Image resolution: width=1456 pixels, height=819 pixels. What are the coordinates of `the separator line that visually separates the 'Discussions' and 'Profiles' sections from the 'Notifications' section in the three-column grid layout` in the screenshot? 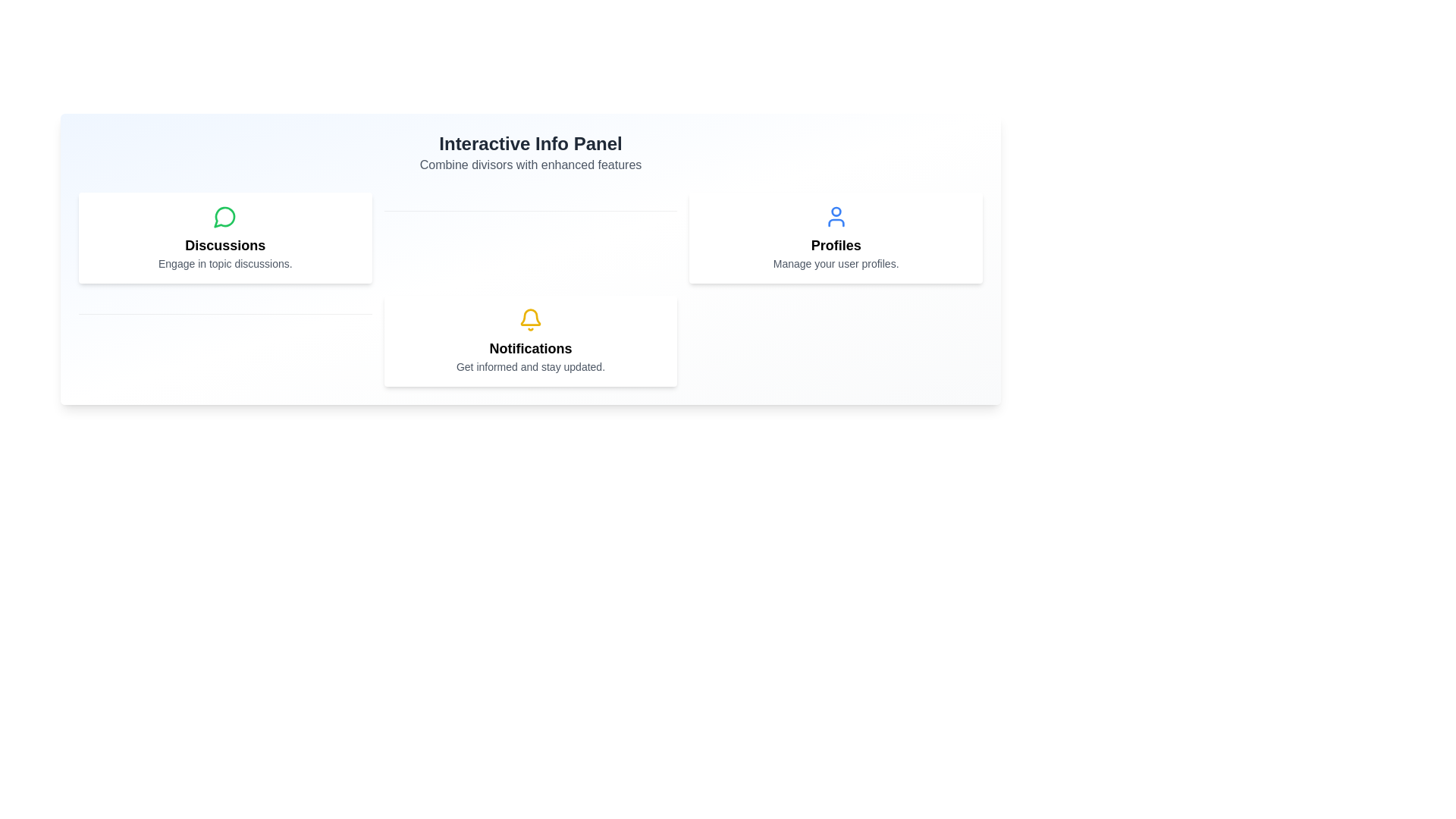 It's located at (531, 237).